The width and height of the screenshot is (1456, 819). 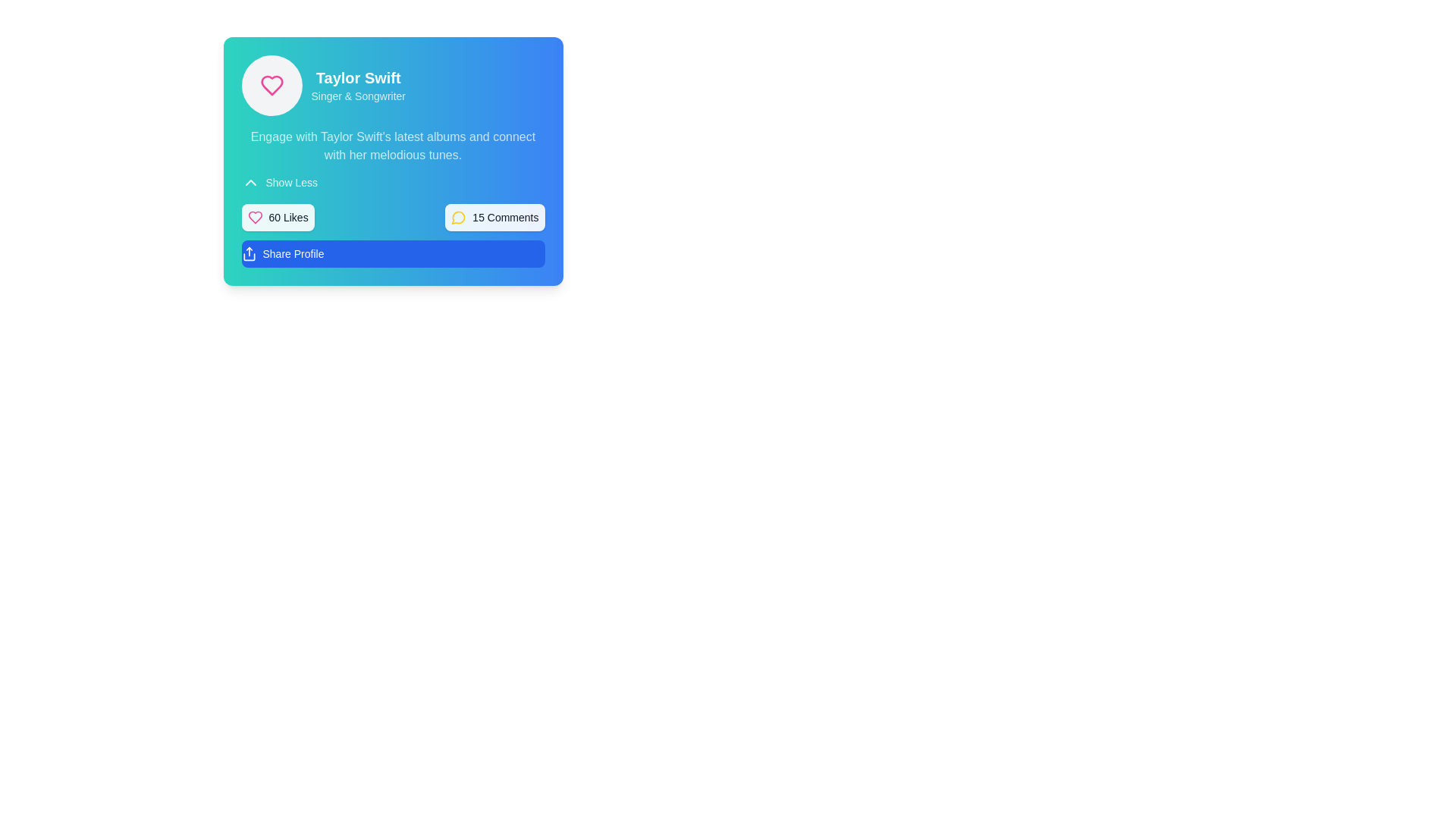 What do you see at coordinates (393, 217) in the screenshot?
I see `the Informational panel that presents the summary of likes and comments, located below the profile information and above the 'Share Profile' button` at bounding box center [393, 217].